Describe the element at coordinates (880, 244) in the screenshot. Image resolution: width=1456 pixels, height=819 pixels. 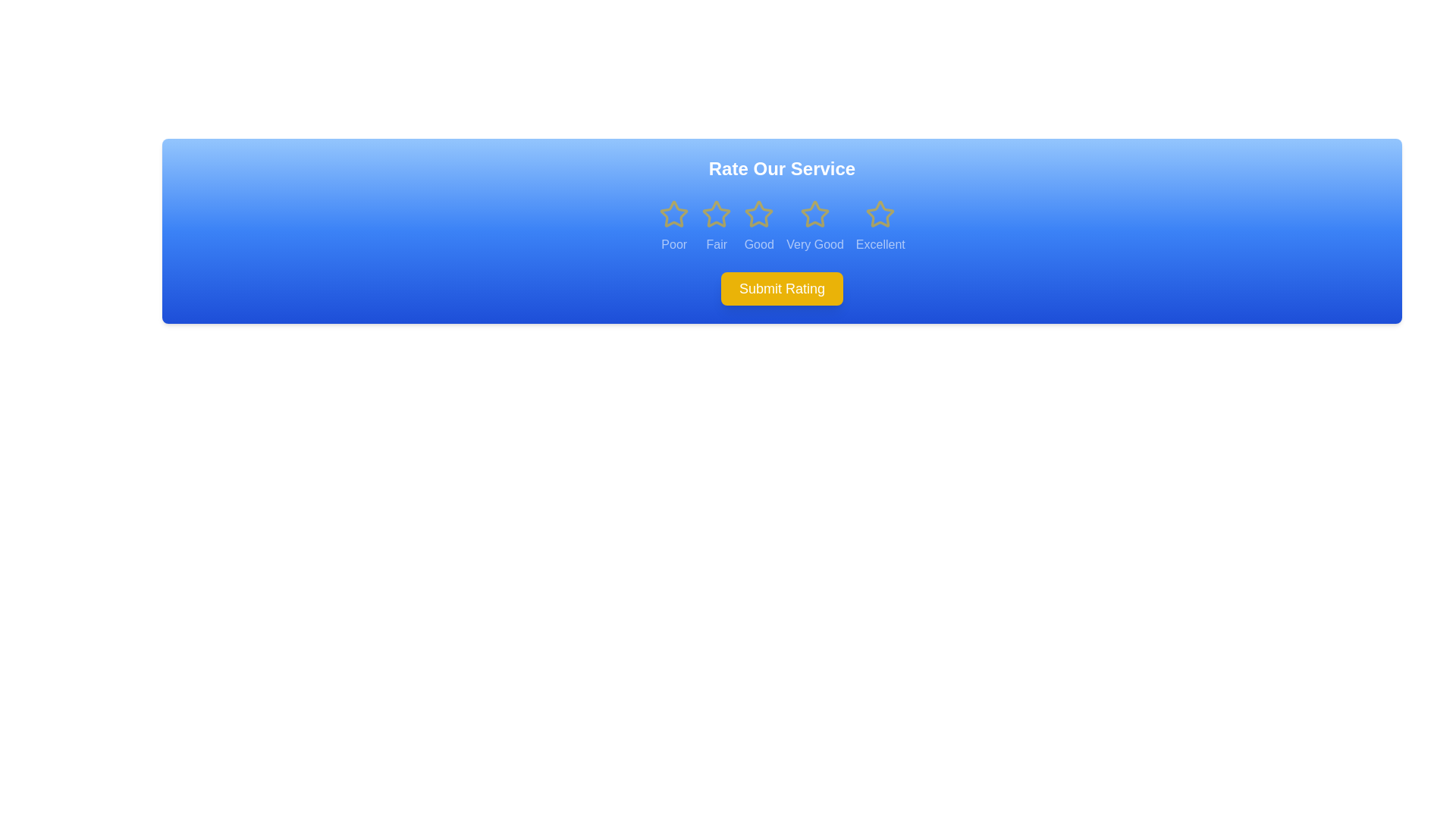
I see `the text label displaying 'Excellent', which is styled in white with medium font weight and positioned below the fifth star icon in the rating options` at that location.